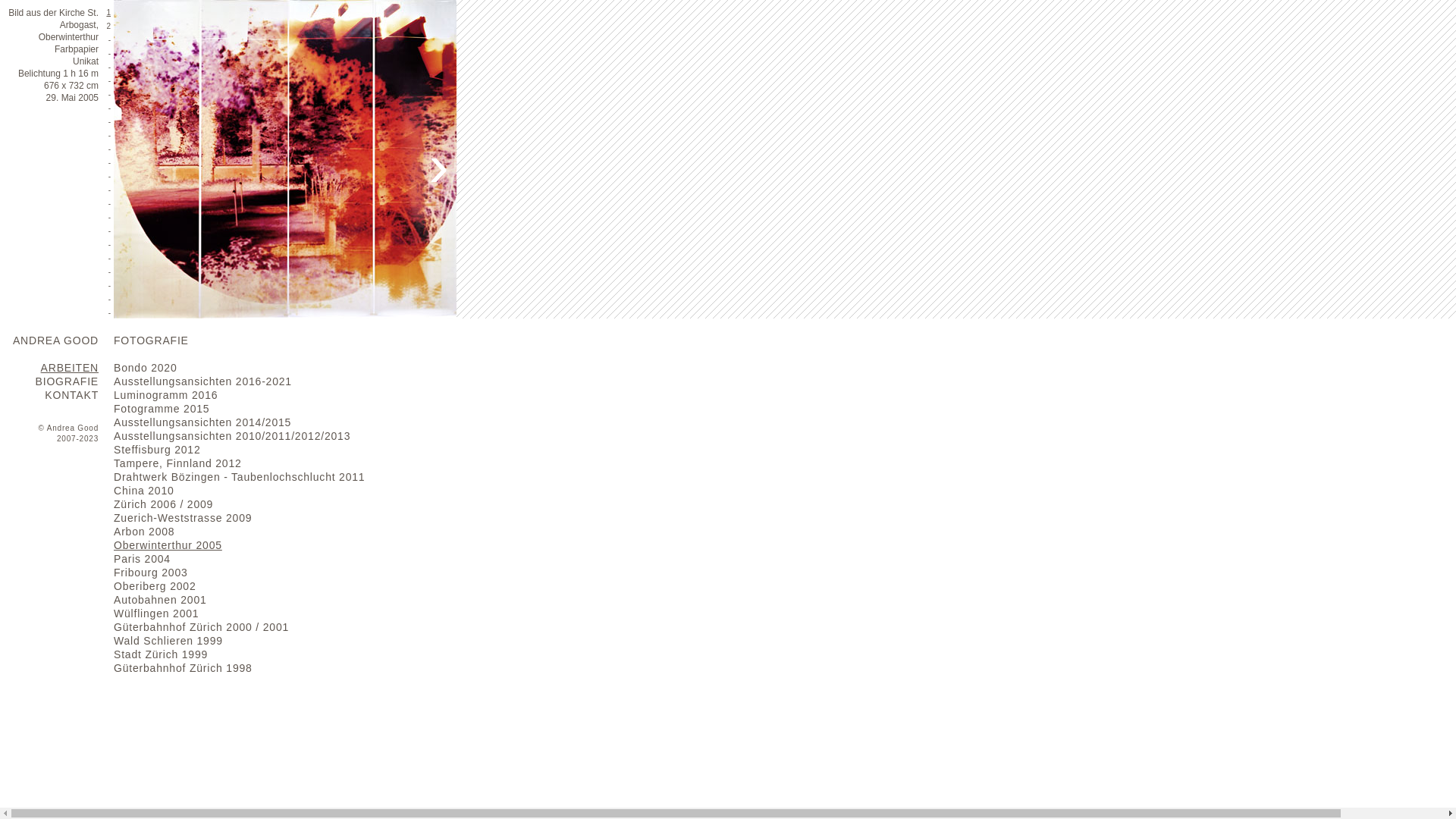 Image resolution: width=1456 pixels, height=819 pixels. What do you see at coordinates (155, 585) in the screenshot?
I see `'Oberiberg 2002'` at bounding box center [155, 585].